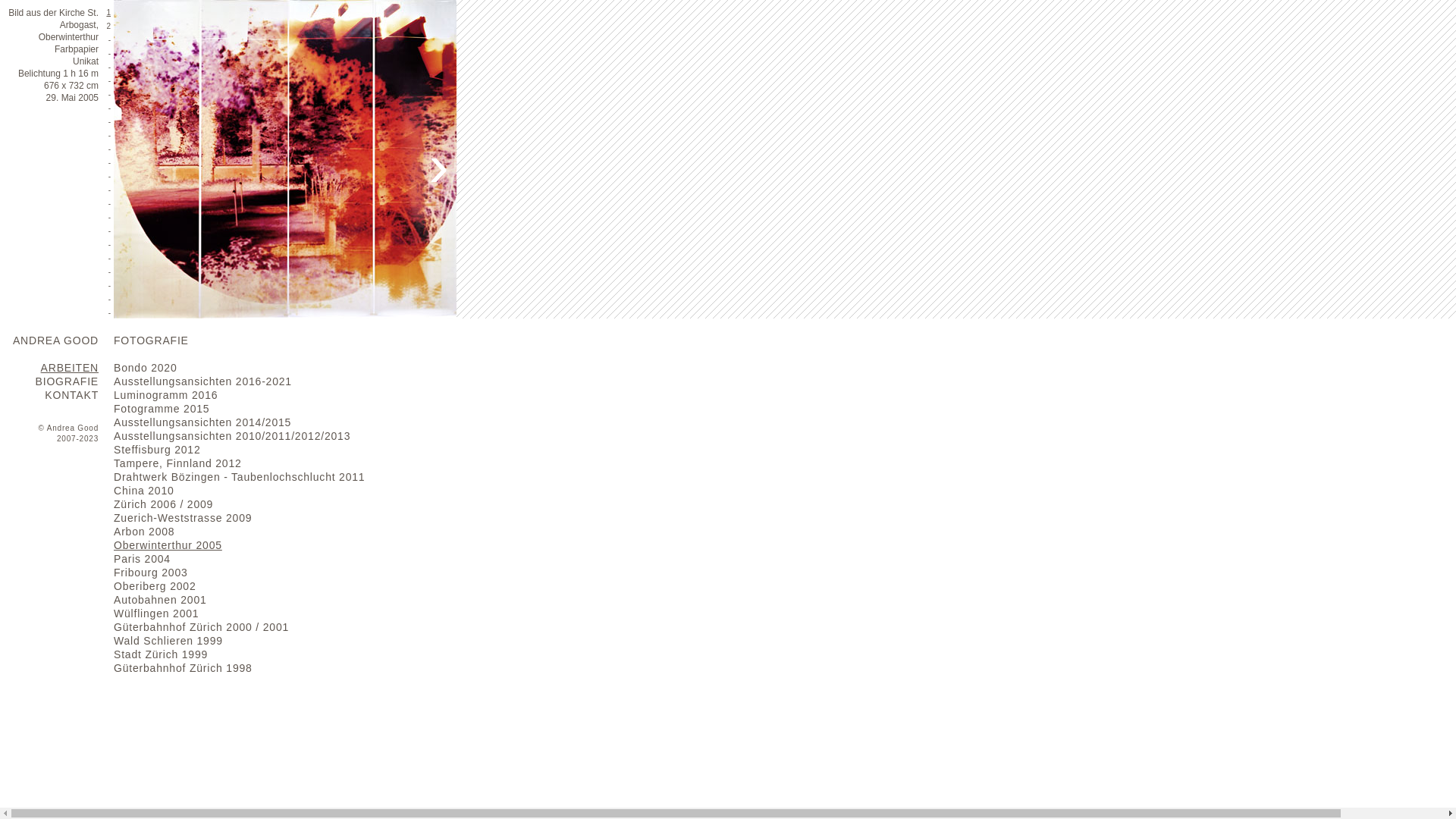 Image resolution: width=1456 pixels, height=819 pixels. What do you see at coordinates (155, 585) in the screenshot?
I see `'Oberiberg 2002'` at bounding box center [155, 585].